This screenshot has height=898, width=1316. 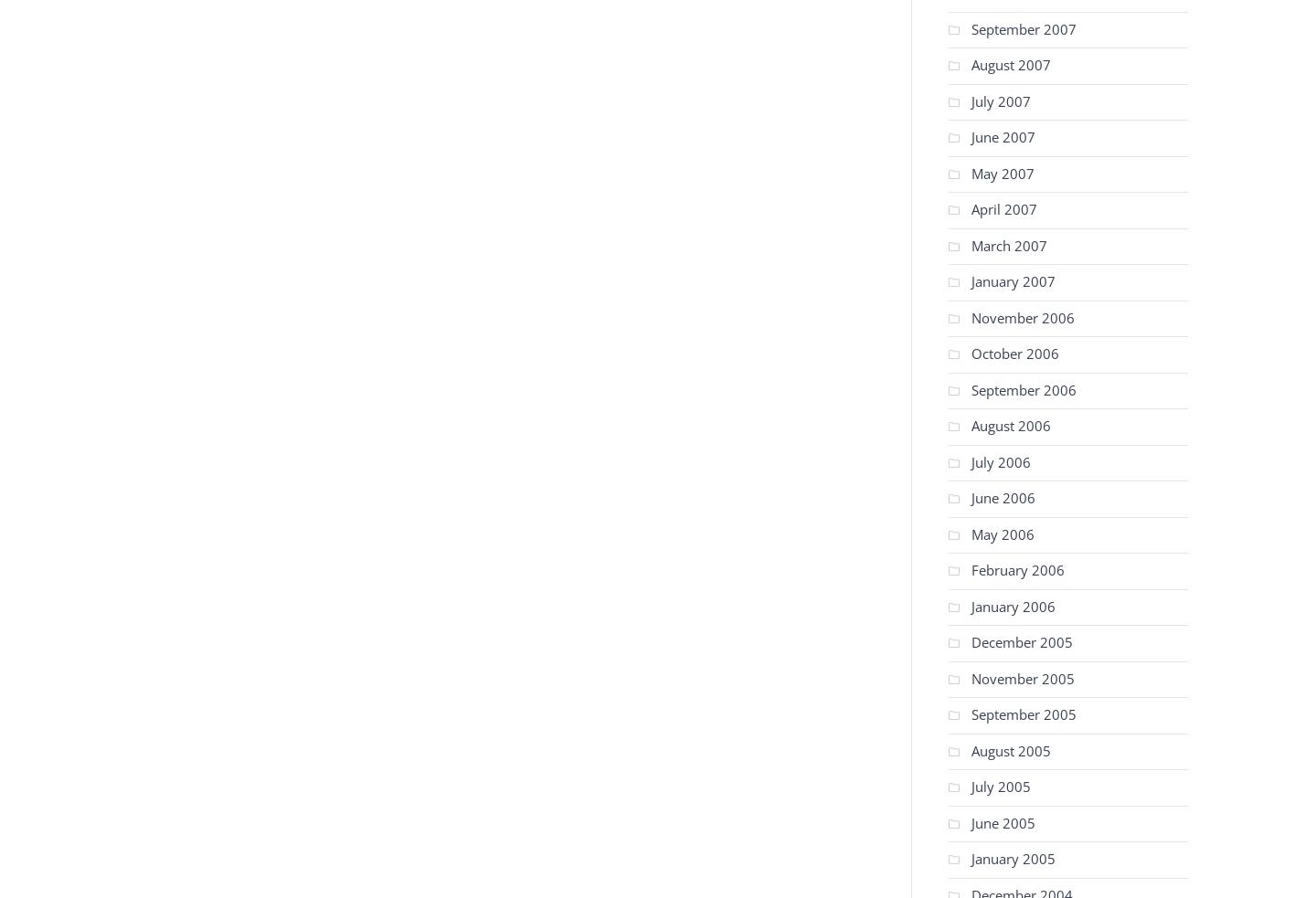 What do you see at coordinates (1003, 822) in the screenshot?
I see `'June 2005'` at bounding box center [1003, 822].